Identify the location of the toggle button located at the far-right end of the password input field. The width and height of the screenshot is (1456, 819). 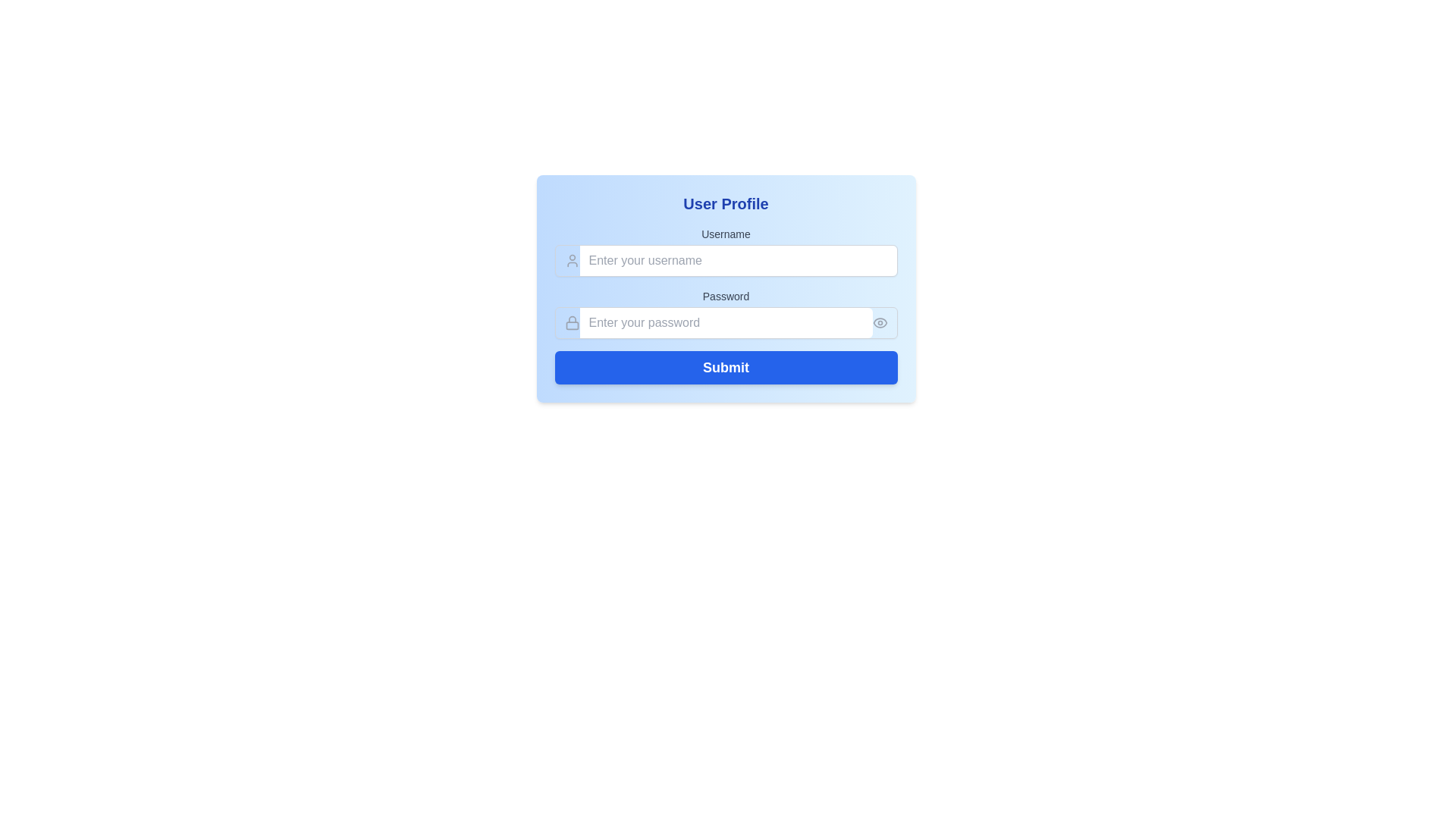
(884, 322).